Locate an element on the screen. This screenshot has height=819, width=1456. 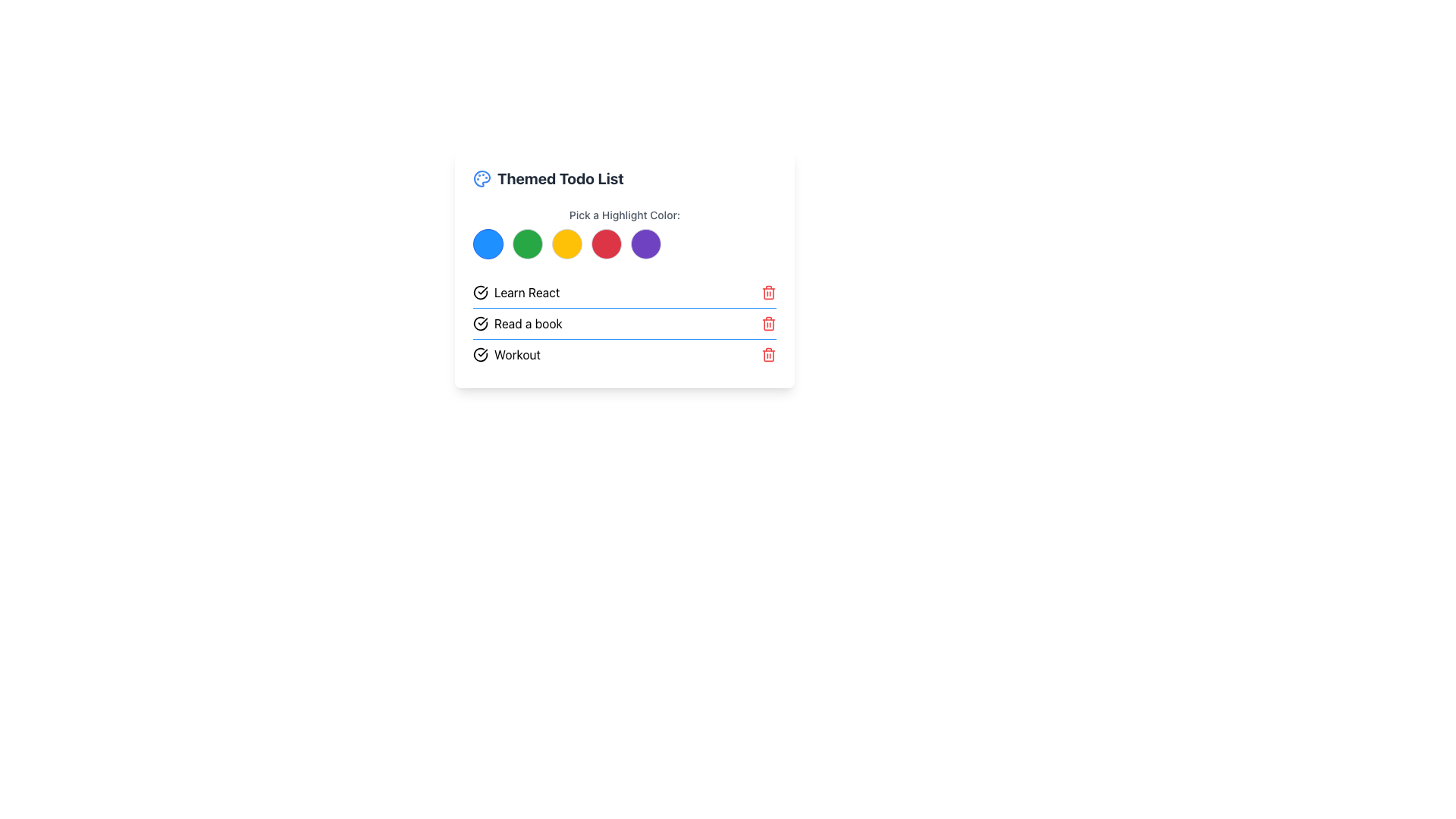
the completion icon indicating the 'Workout' task, which is the leftmost component in the 'Themed Todo List' card is located at coordinates (479, 354).